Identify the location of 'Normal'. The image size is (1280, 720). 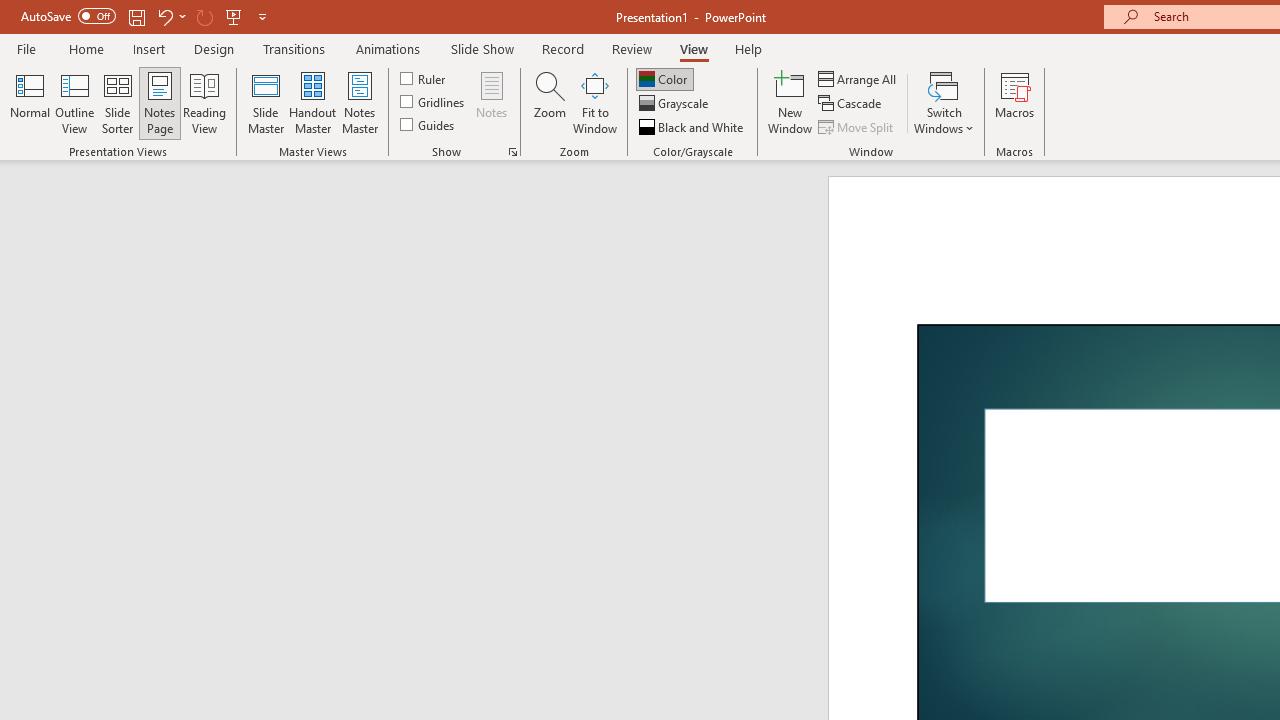
(30, 103).